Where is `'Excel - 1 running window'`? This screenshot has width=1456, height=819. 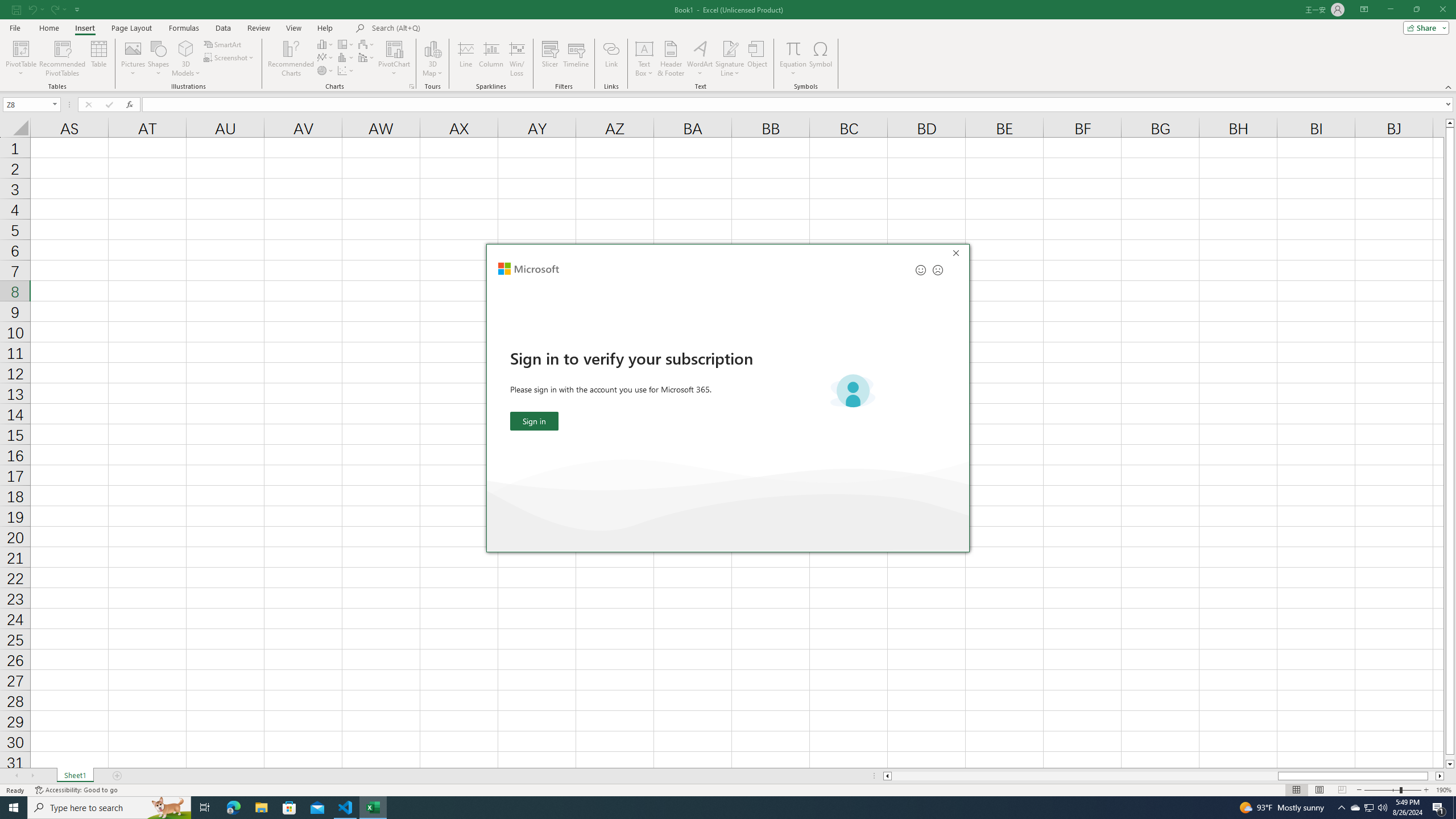 'Excel - 1 running window' is located at coordinates (373, 806).